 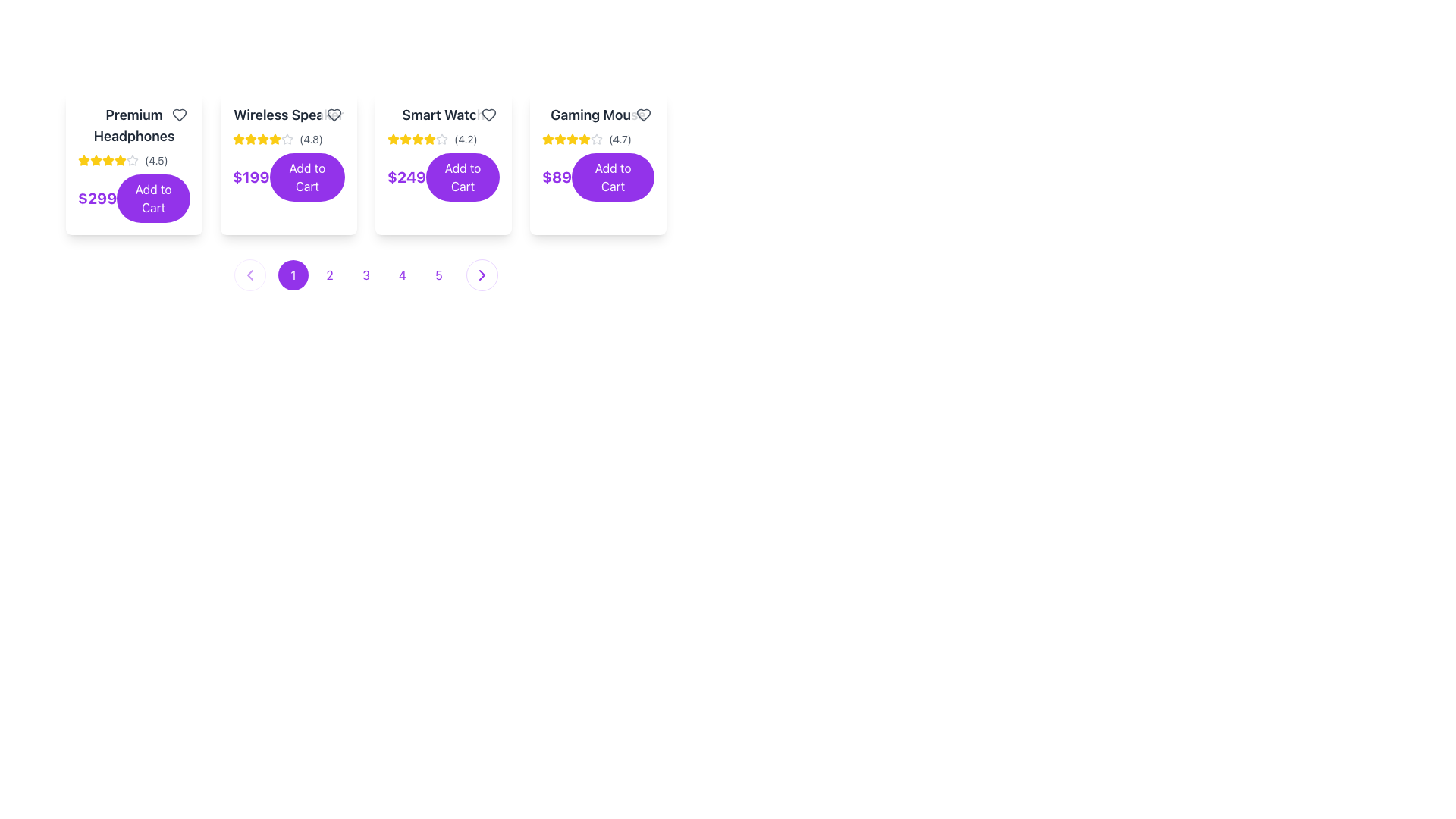 I want to click on the yellow five-pointed star icon in the star rating section of the 'Smart Watch' product card to interact with it, so click(x=393, y=139).